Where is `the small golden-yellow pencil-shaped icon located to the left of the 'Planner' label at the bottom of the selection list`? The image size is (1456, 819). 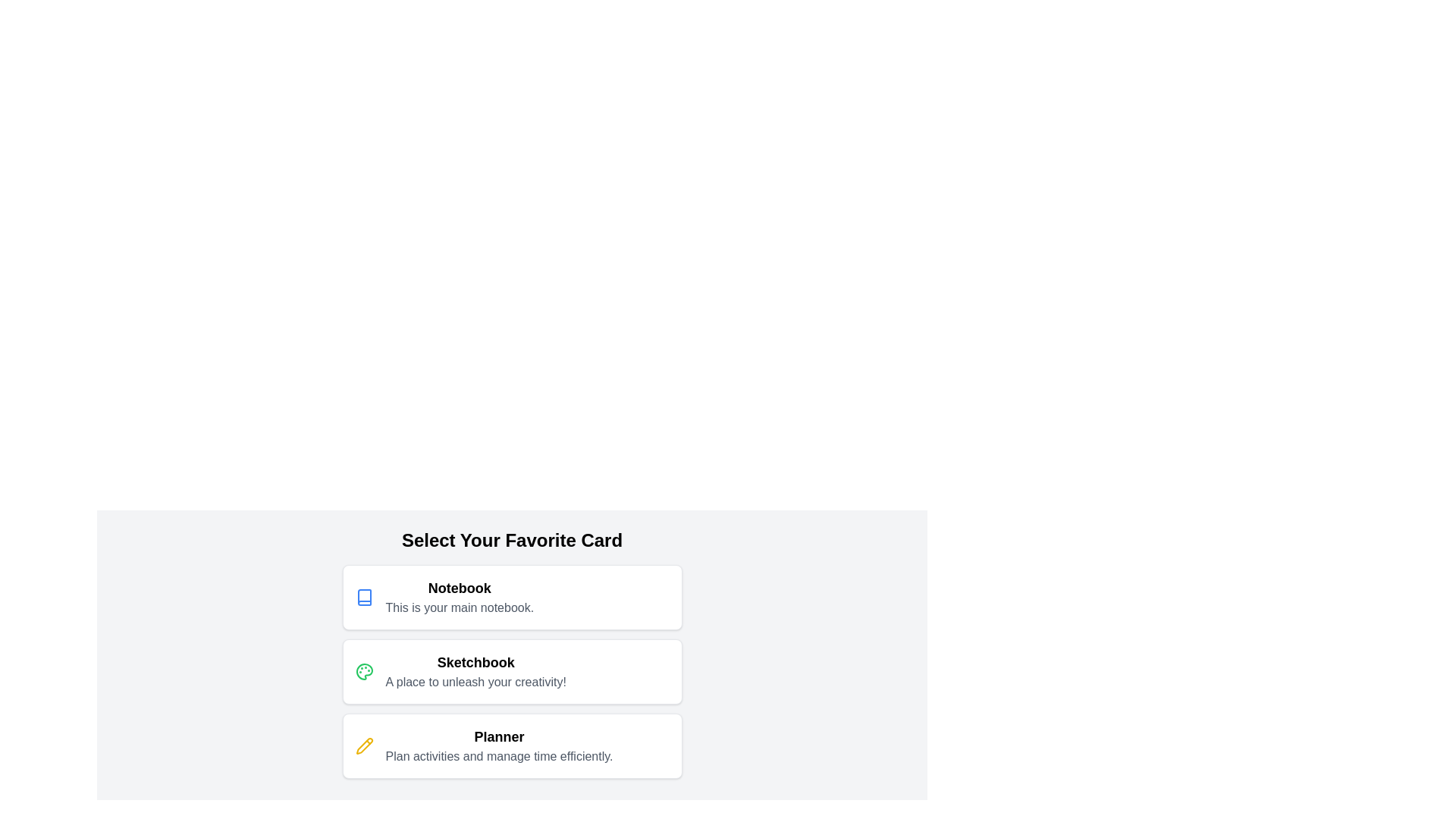 the small golden-yellow pencil-shaped icon located to the left of the 'Planner' label at the bottom of the selection list is located at coordinates (364, 745).